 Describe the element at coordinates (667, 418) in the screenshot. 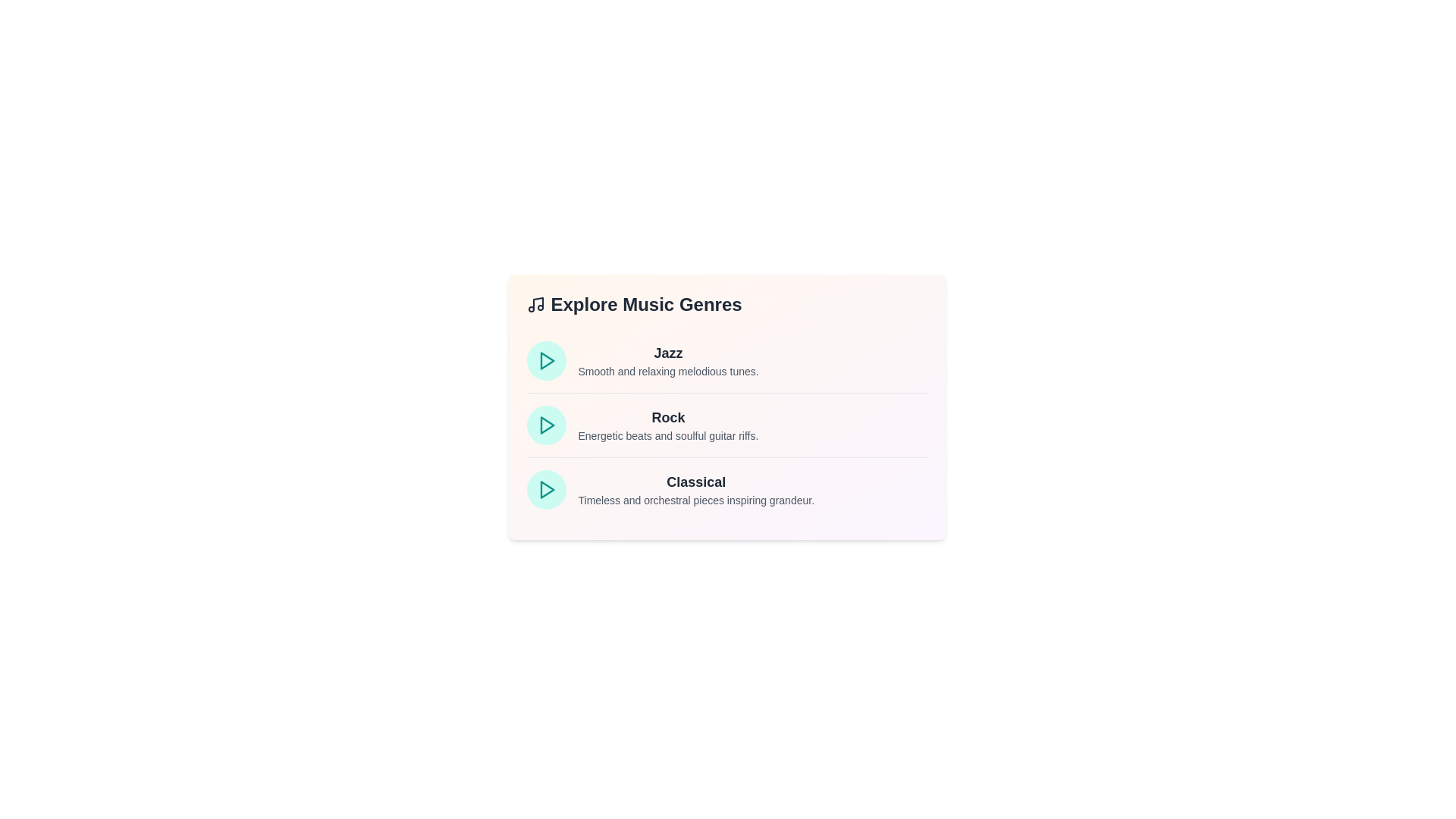

I see `the genre name Rock to view its tooltip` at that location.